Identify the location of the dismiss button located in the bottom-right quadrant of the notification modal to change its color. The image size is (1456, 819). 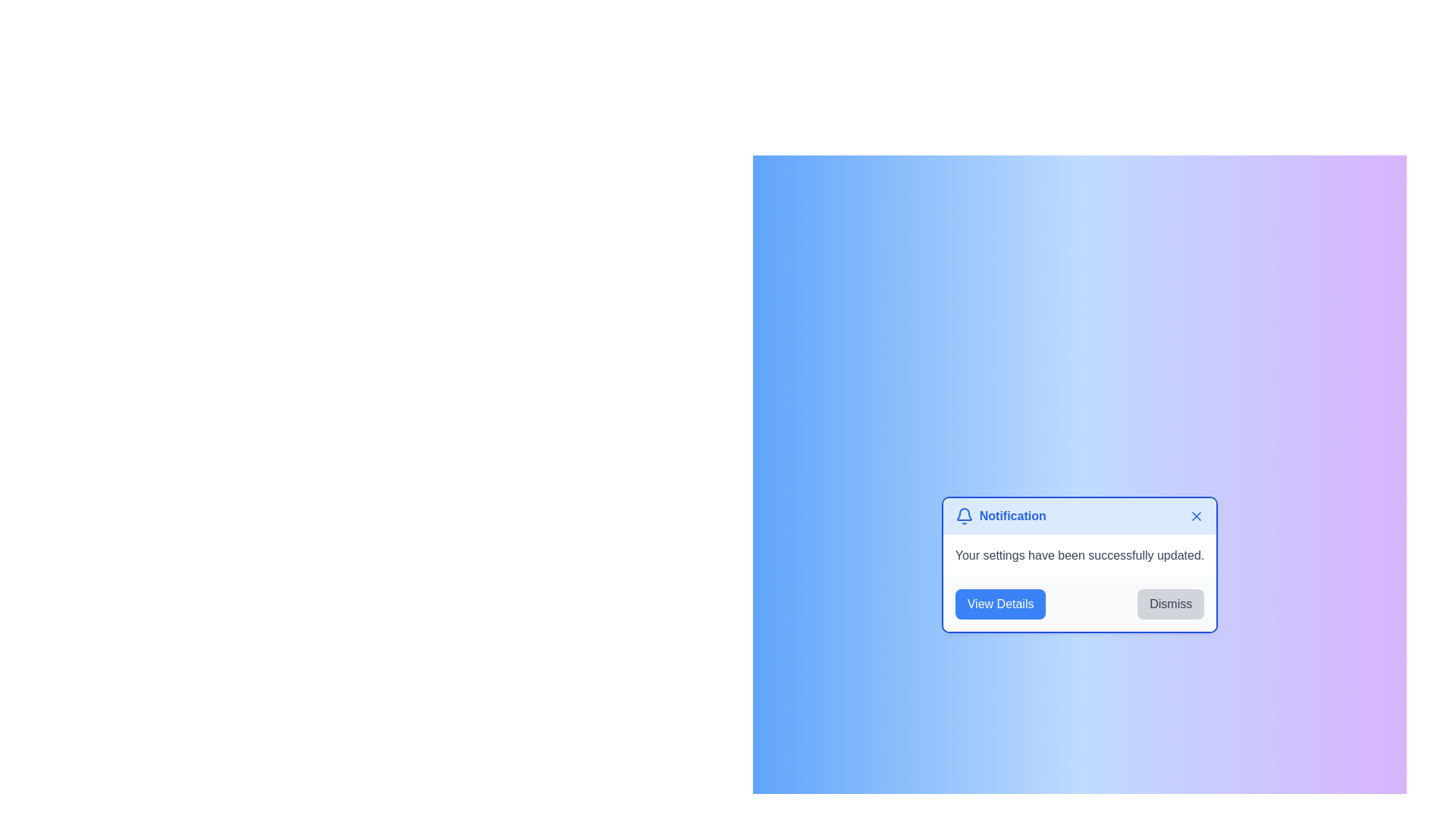
(1170, 604).